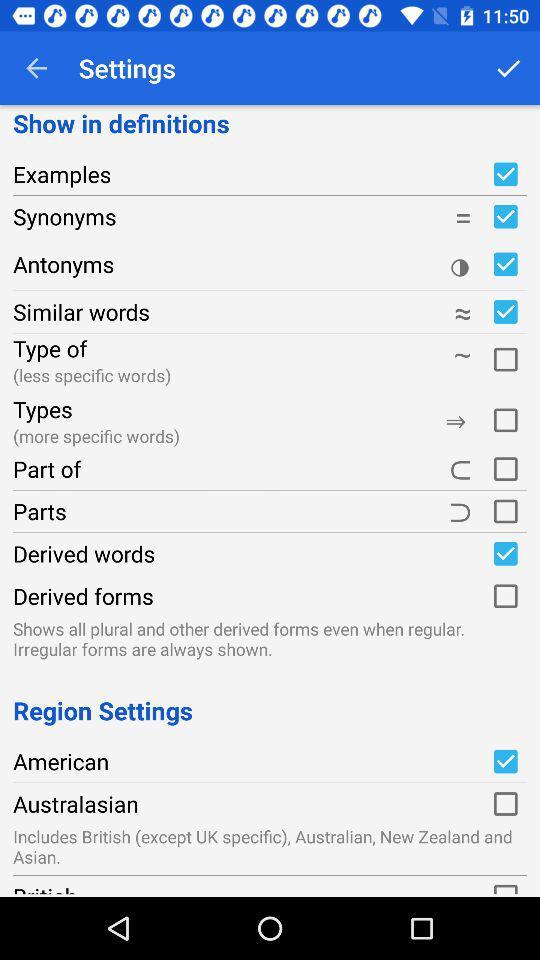 The height and width of the screenshot is (960, 540). What do you see at coordinates (508, 68) in the screenshot?
I see `item next to the show in definitions` at bounding box center [508, 68].